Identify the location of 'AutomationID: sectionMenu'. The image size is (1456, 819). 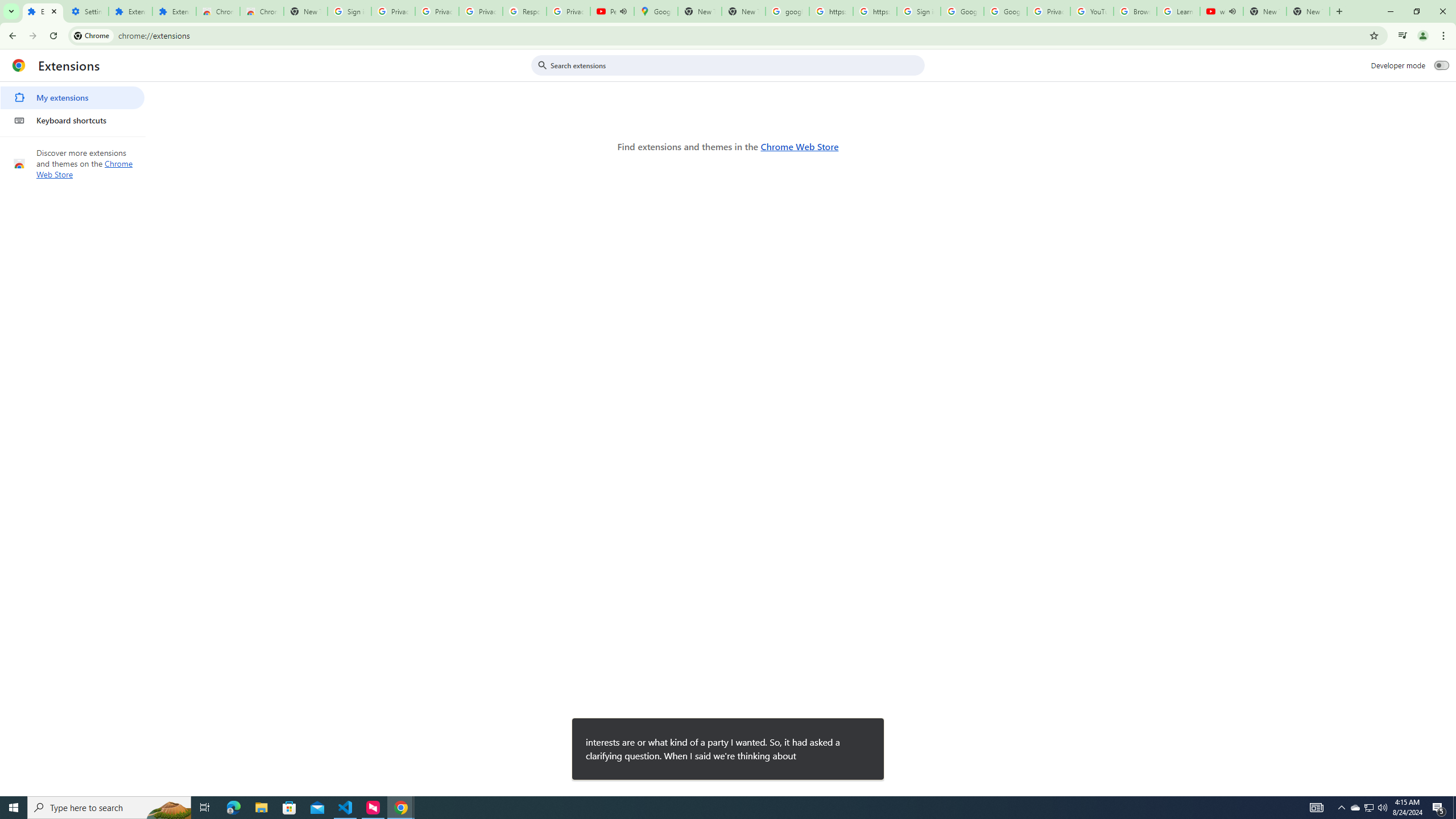
(72, 106).